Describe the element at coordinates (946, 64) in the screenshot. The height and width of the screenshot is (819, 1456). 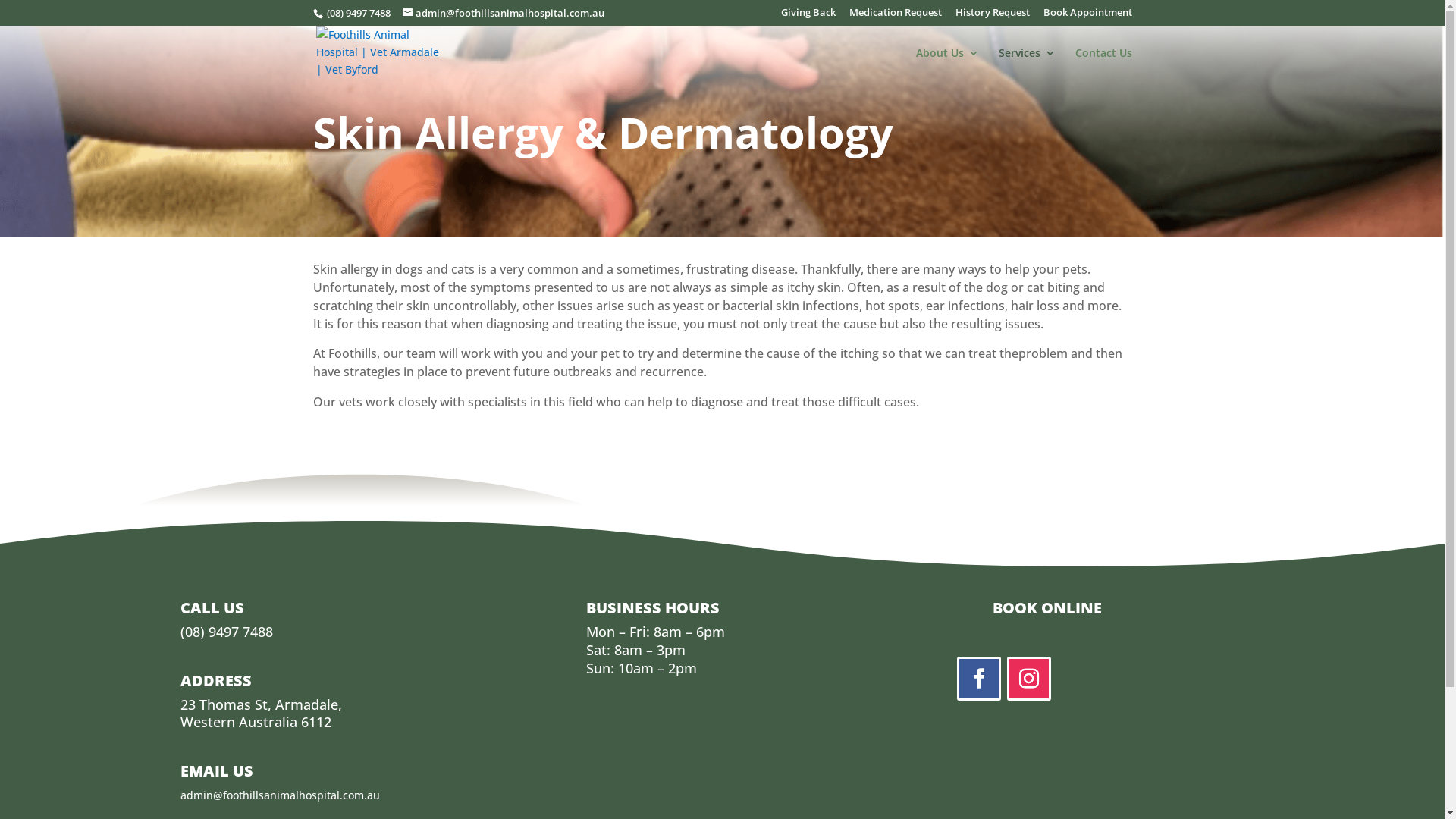
I see `'About Us'` at that location.